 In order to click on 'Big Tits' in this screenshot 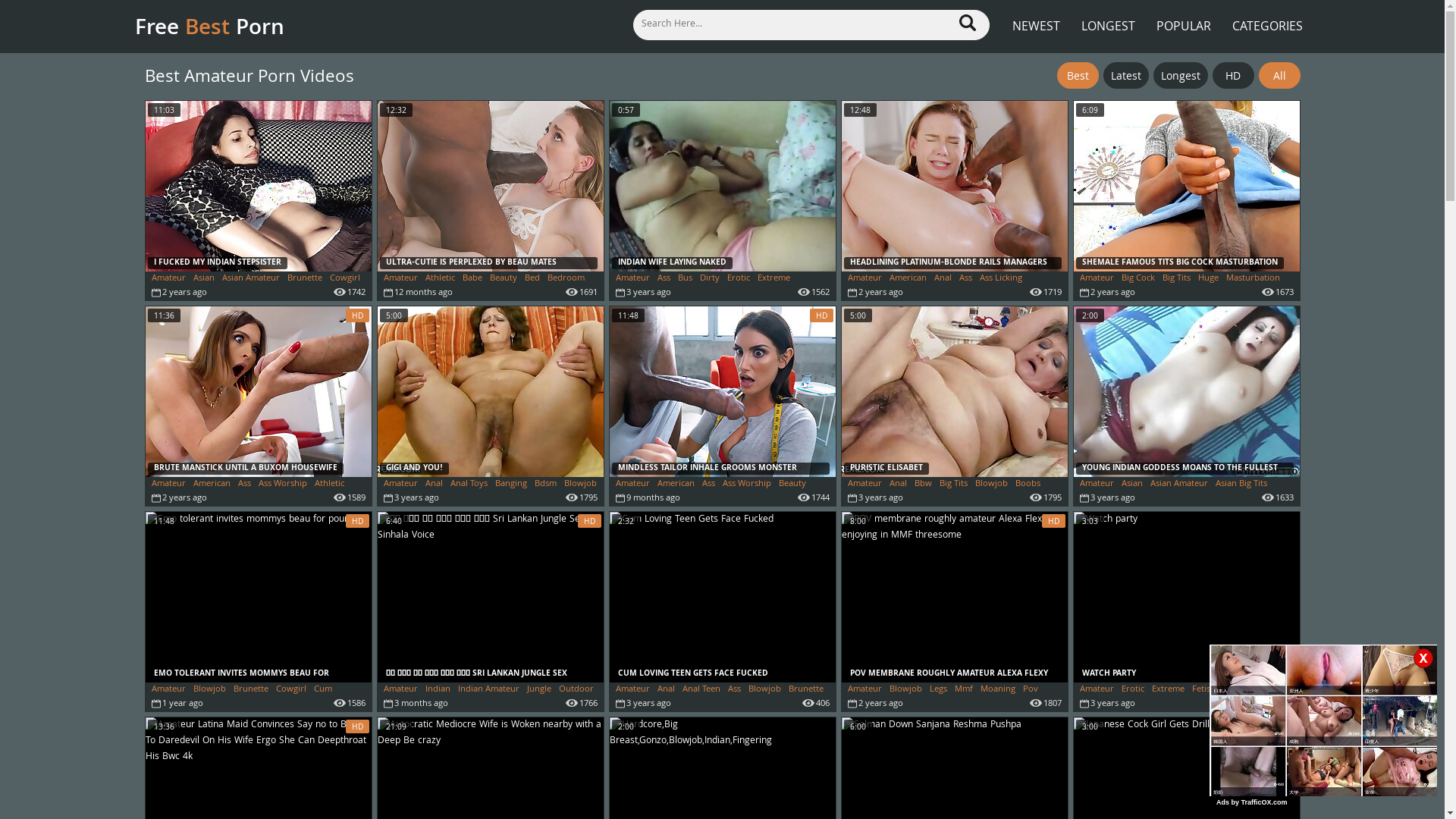, I will do `click(1175, 278)`.